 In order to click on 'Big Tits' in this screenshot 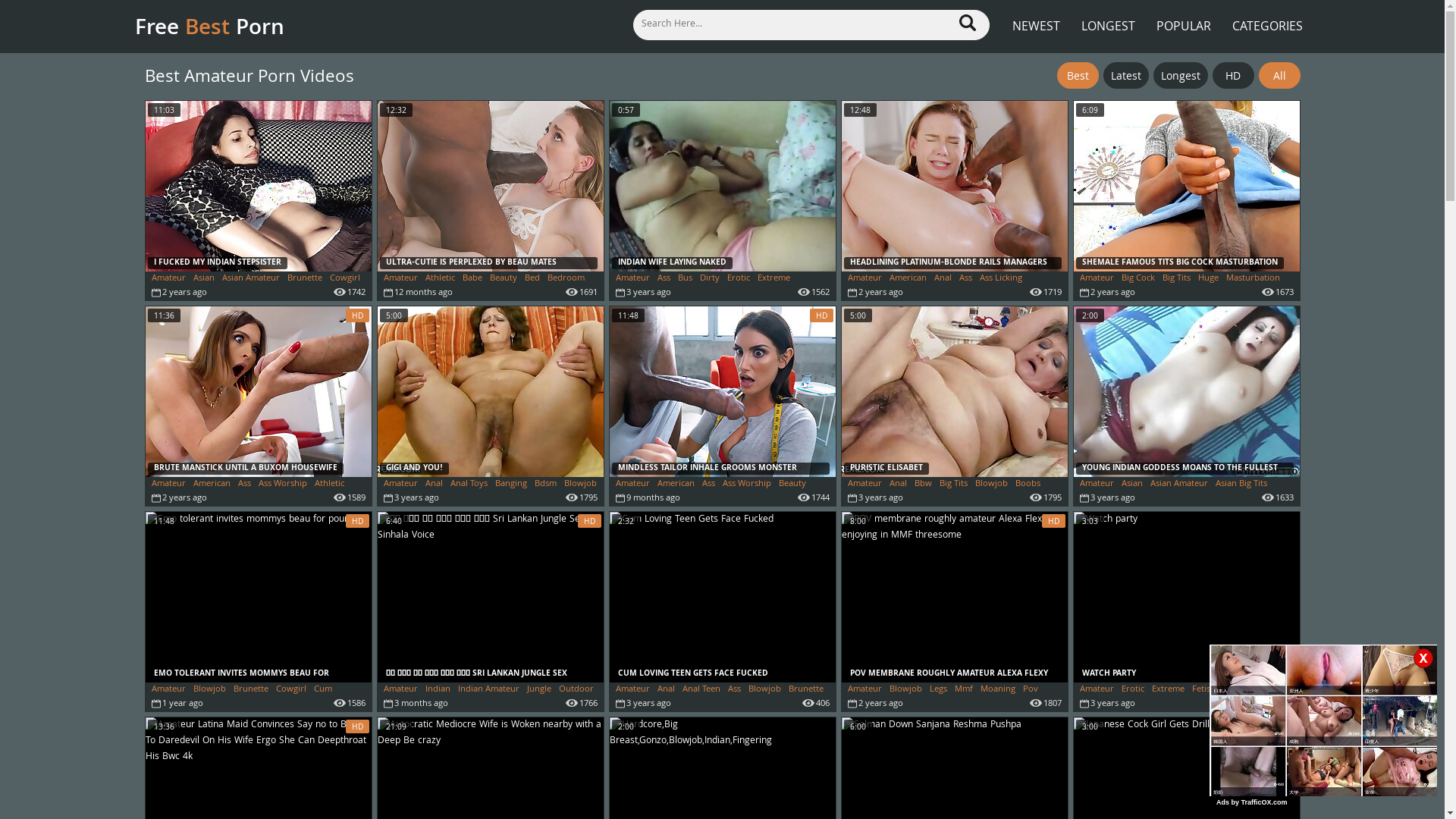, I will do `click(1175, 278)`.